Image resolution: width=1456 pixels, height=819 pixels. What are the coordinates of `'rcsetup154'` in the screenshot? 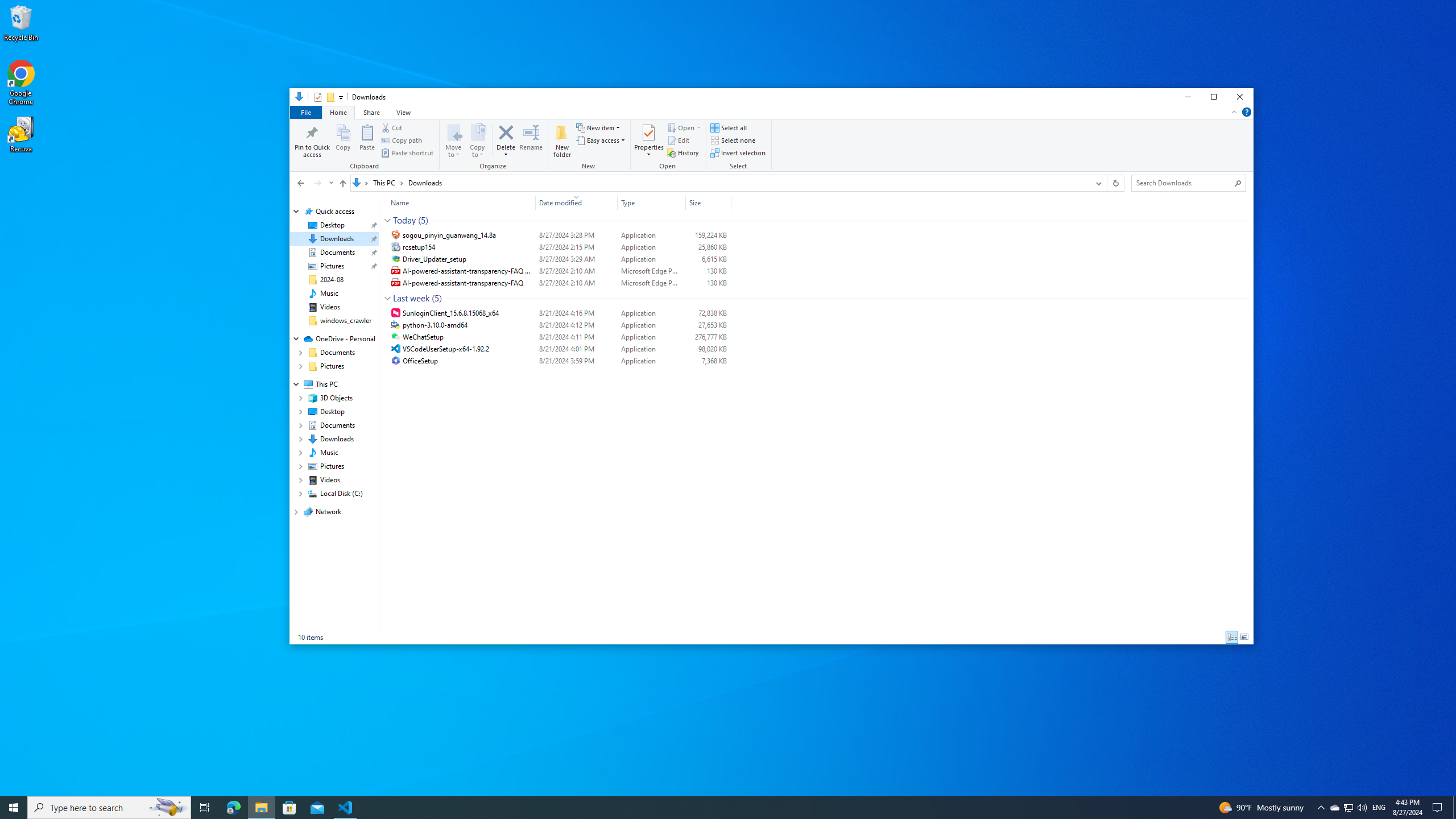 It's located at (559, 246).